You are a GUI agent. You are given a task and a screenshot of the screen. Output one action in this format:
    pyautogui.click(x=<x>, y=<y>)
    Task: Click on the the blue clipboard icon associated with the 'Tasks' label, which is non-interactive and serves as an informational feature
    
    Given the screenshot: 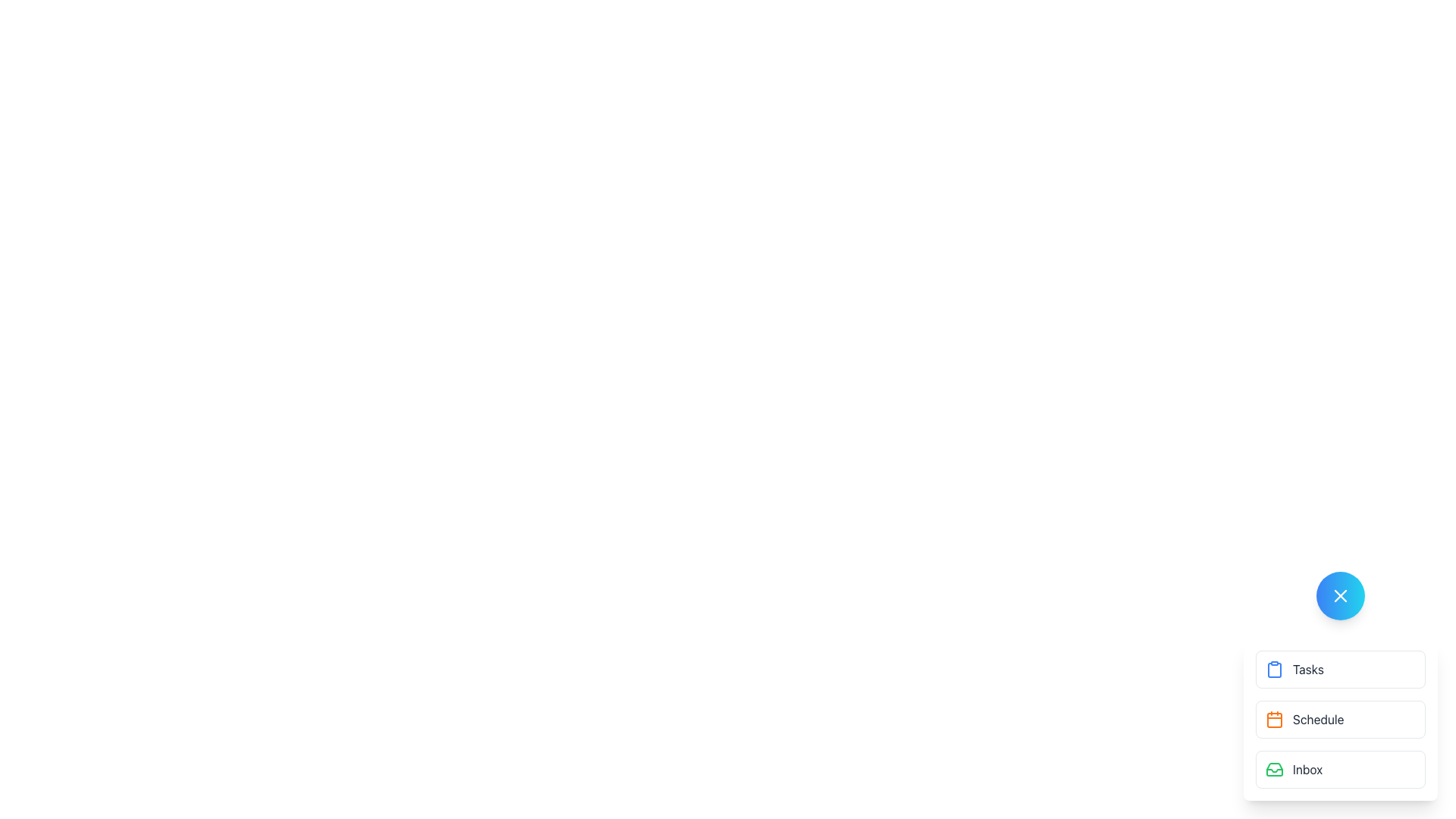 What is the action you would take?
    pyautogui.click(x=1274, y=669)
    